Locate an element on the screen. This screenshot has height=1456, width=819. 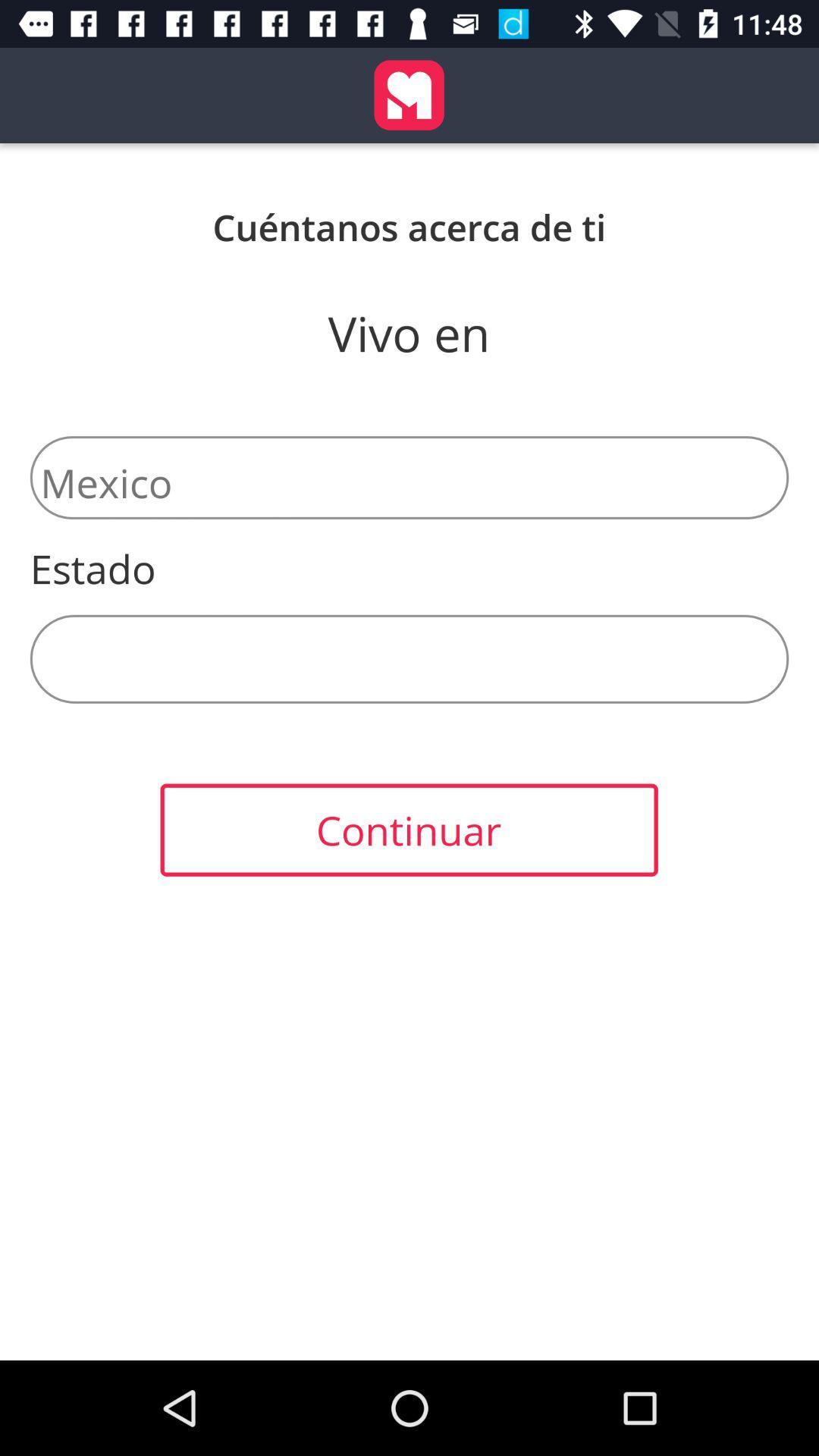
the continuar icon is located at coordinates (408, 829).